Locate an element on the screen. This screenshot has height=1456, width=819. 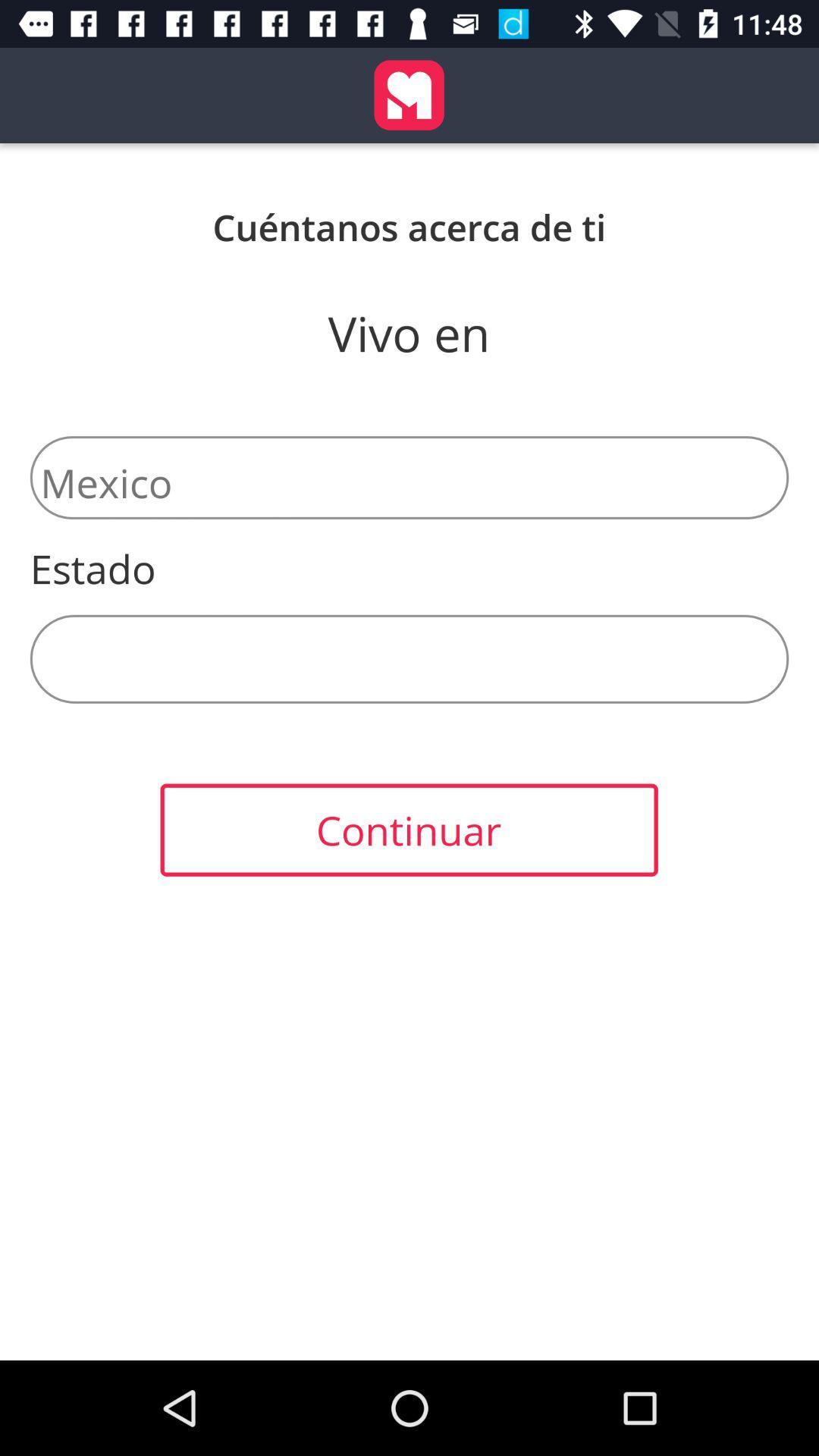
the continuar icon is located at coordinates (408, 829).